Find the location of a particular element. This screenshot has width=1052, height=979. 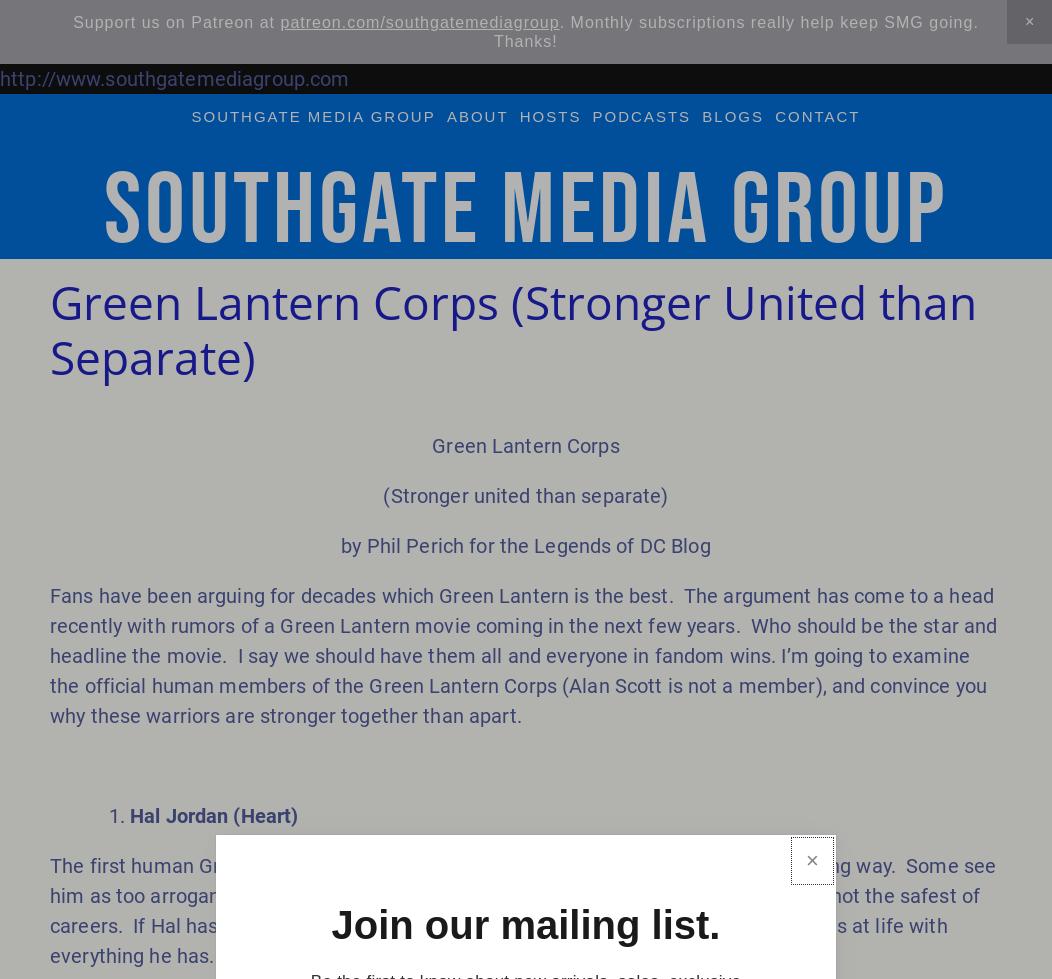

'Support us on Patreon at' is located at coordinates (176, 21).